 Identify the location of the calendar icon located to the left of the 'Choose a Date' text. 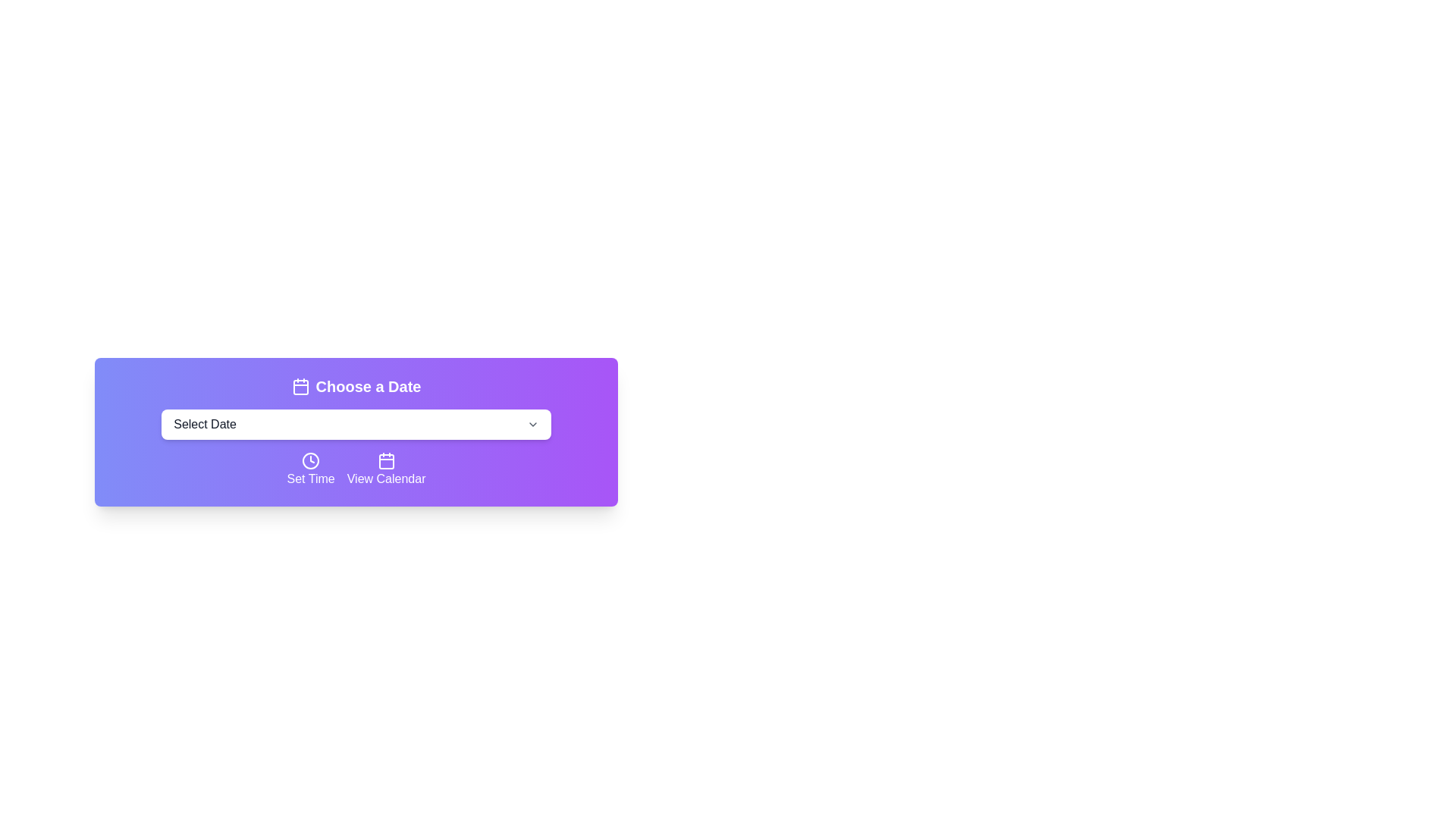
(300, 385).